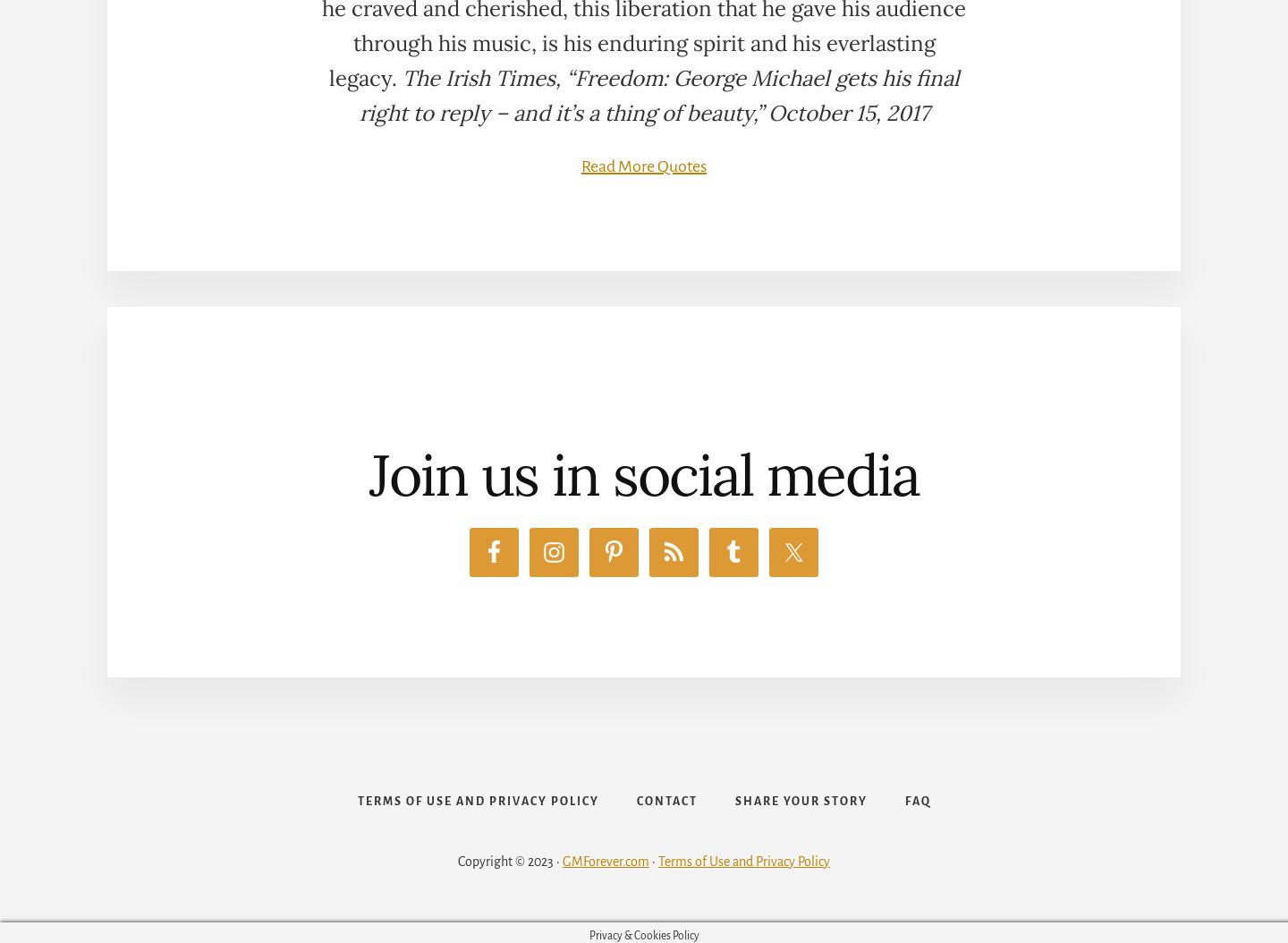 The width and height of the screenshot is (1288, 943). I want to click on 'Contact', so click(665, 800).